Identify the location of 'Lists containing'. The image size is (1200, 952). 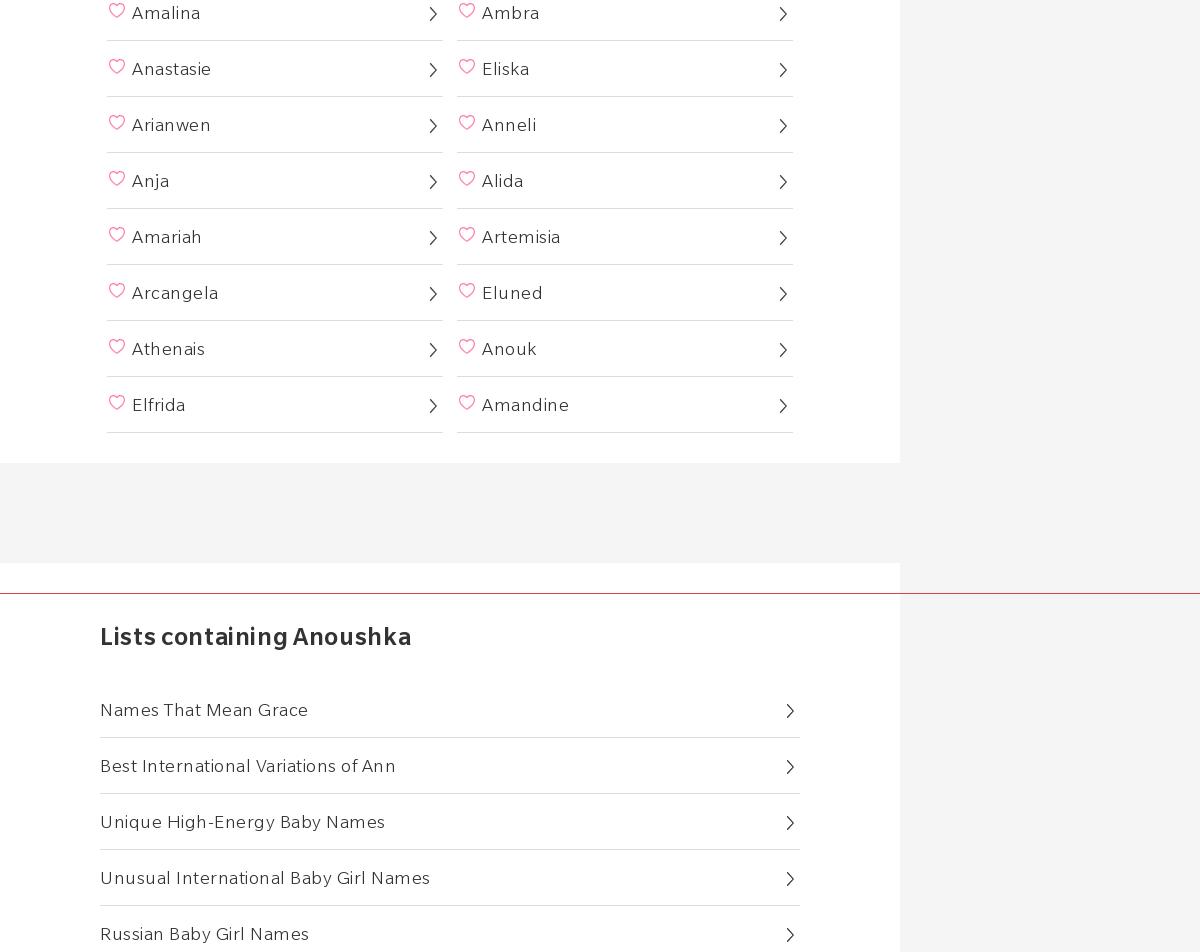
(195, 636).